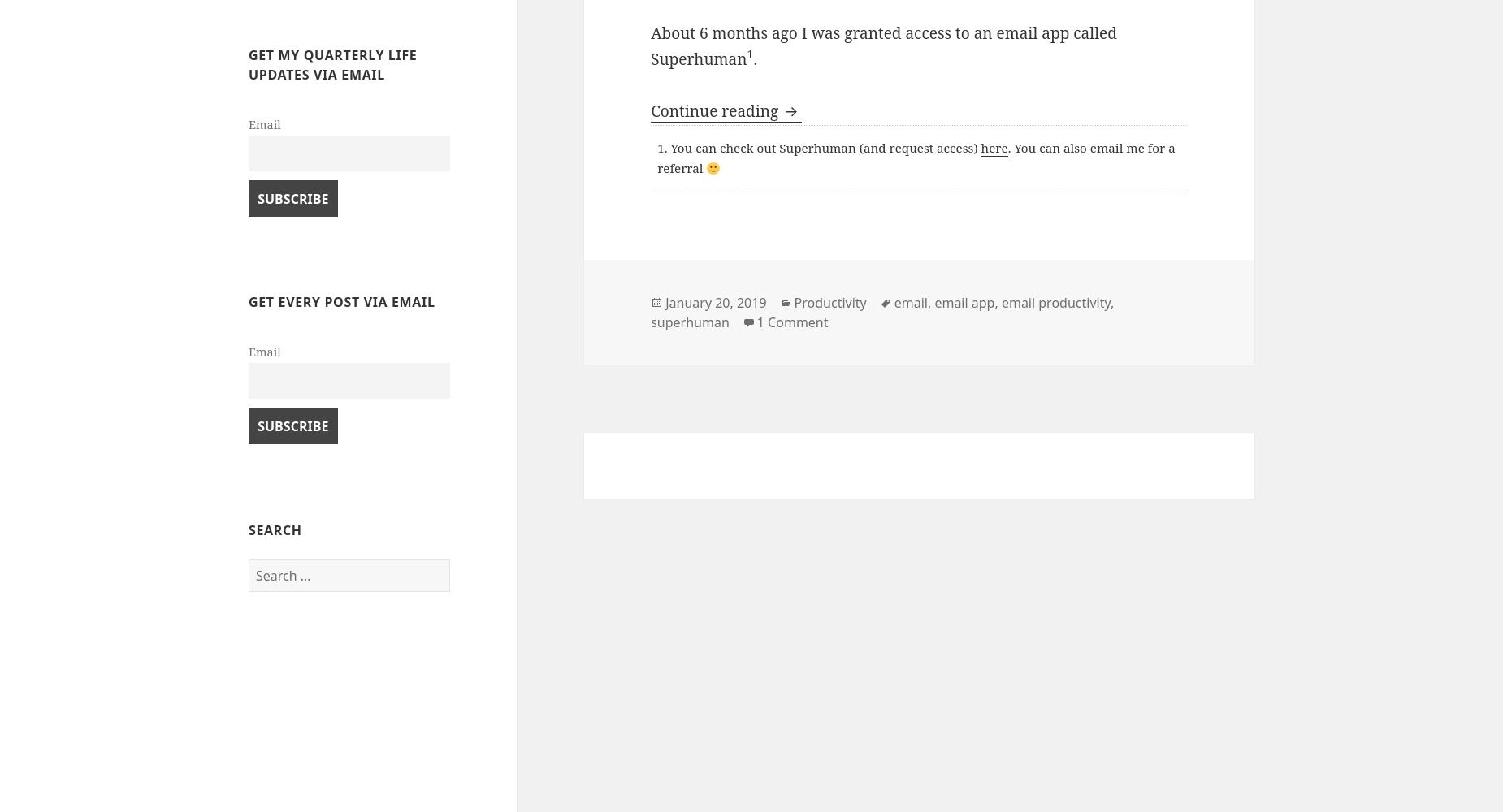 This screenshot has height=812, width=1503. What do you see at coordinates (717, 110) in the screenshot?
I see `'Continue reading'` at bounding box center [717, 110].